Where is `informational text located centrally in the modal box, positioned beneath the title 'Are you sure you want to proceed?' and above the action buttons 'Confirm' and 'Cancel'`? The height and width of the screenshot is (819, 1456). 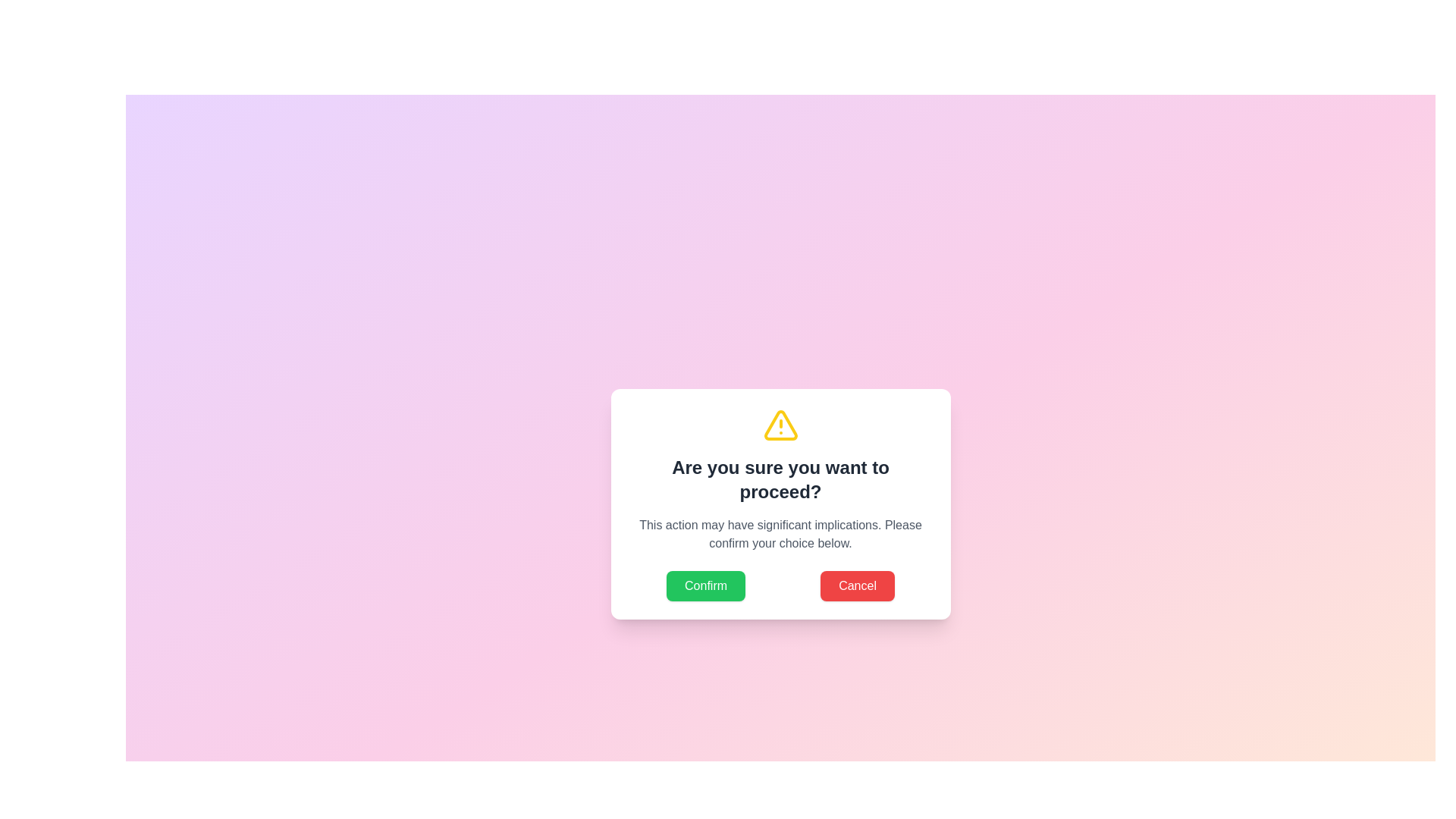
informational text located centrally in the modal box, positioned beneath the title 'Are you sure you want to proceed?' and above the action buttons 'Confirm' and 'Cancel' is located at coordinates (780, 534).